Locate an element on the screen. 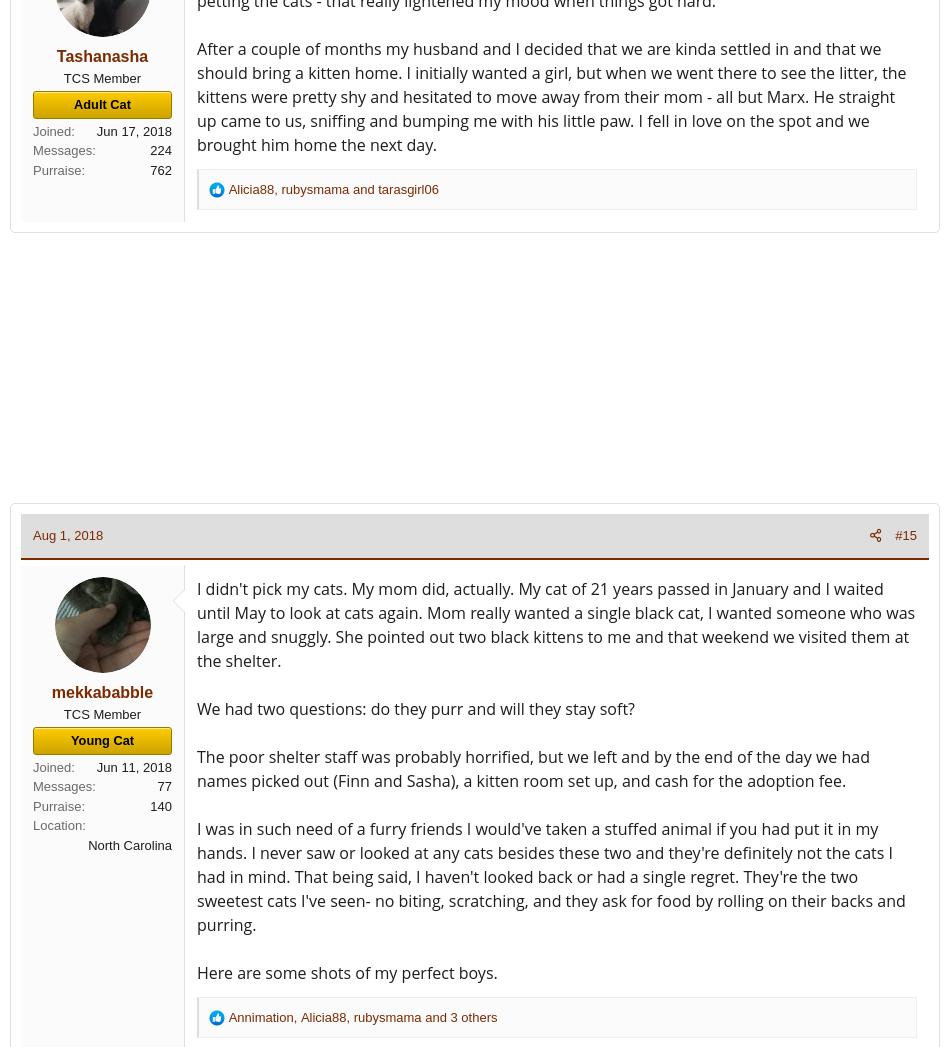 The height and width of the screenshot is (1047, 950). 'I didn't pick my cats. My mom did, actually. My cat of 21 years passed in January and I waited until May to look at cats again. Mom really wanted a single black cat, I wanted someone who was large and snuggly. She pointed out two black kittens to me and that weekend we visited them at the shelter.' is located at coordinates (556, 624).